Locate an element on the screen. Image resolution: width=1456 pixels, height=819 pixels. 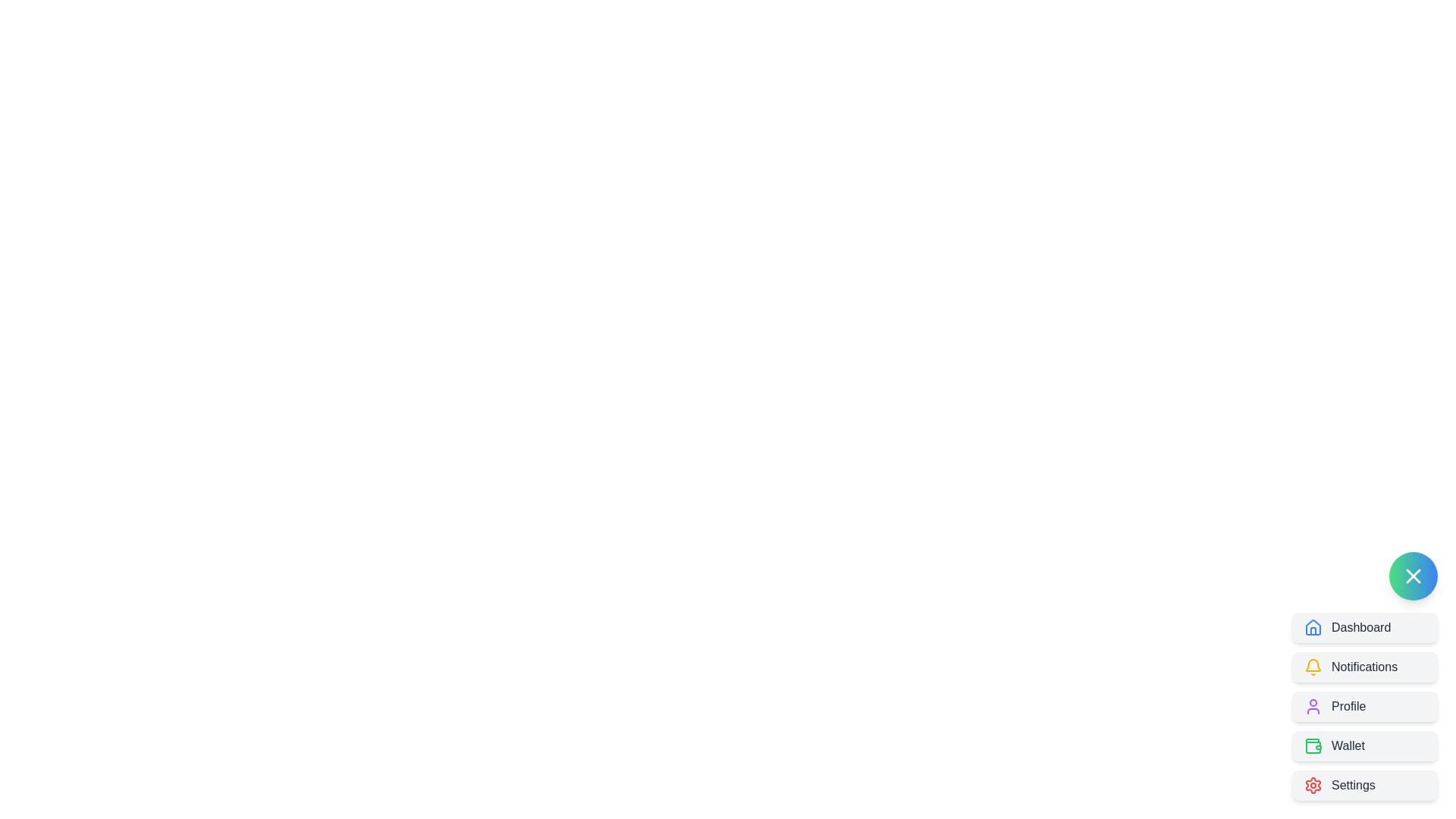
the interactive button located at the bottom-right corner of the interface, which is used for closing or dismissing items, represented by an 'X' symbol is located at coordinates (1412, 576).